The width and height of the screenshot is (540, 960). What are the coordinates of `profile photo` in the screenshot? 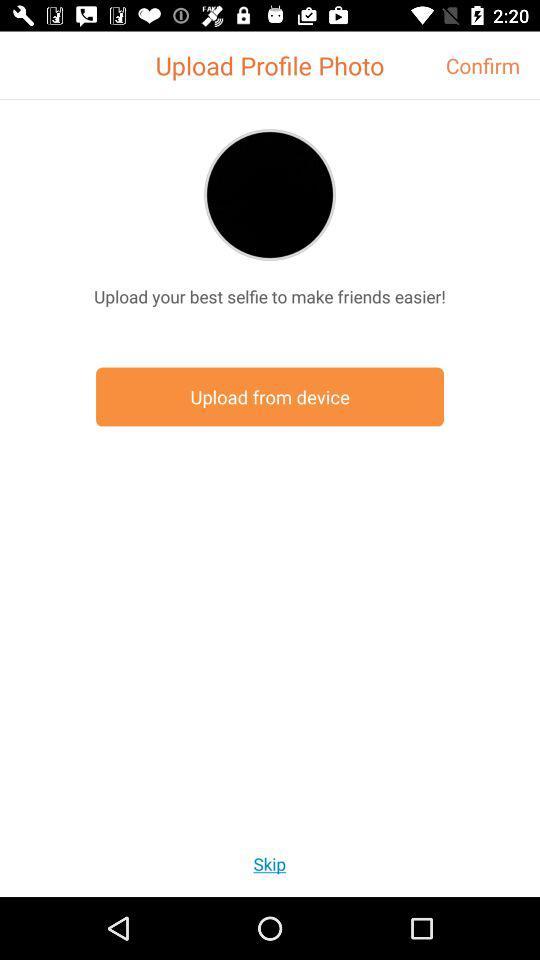 It's located at (270, 194).